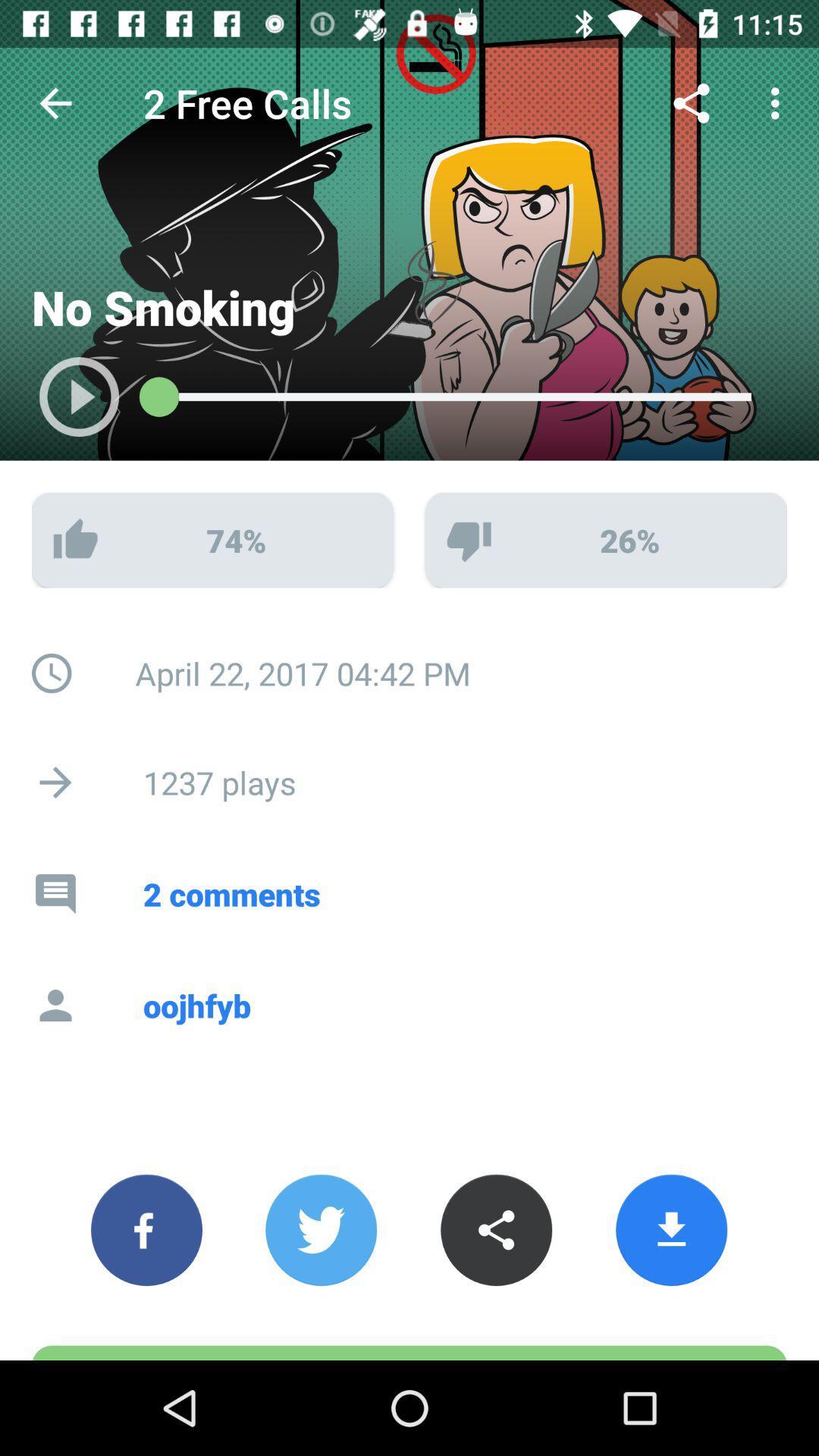 The height and width of the screenshot is (1456, 819). Describe the element at coordinates (146, 1230) in the screenshot. I see `the facebook icon` at that location.